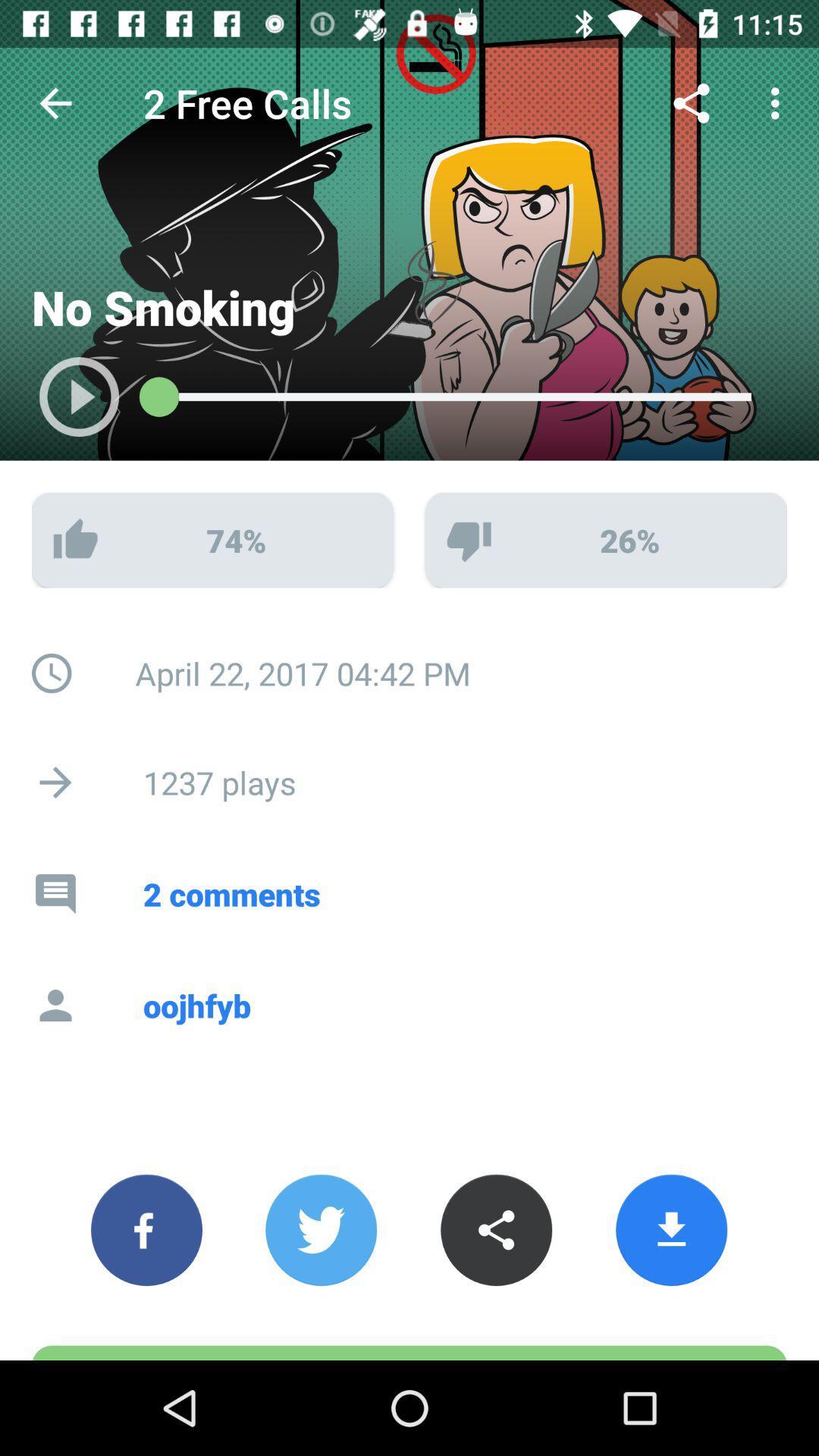 The height and width of the screenshot is (1456, 819). Describe the element at coordinates (146, 1230) in the screenshot. I see `the facebook icon` at that location.